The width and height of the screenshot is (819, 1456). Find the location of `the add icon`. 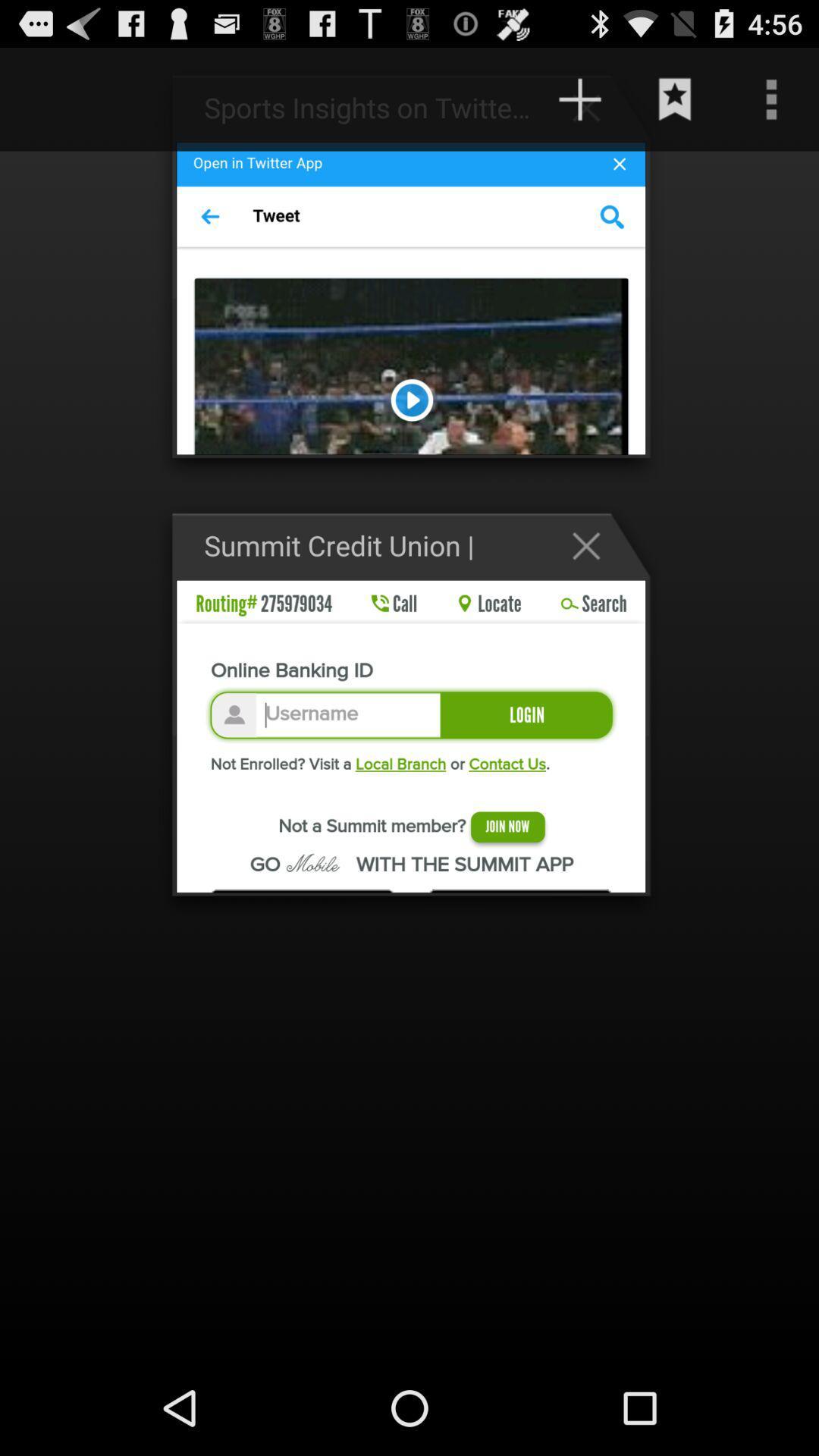

the add icon is located at coordinates (593, 114).